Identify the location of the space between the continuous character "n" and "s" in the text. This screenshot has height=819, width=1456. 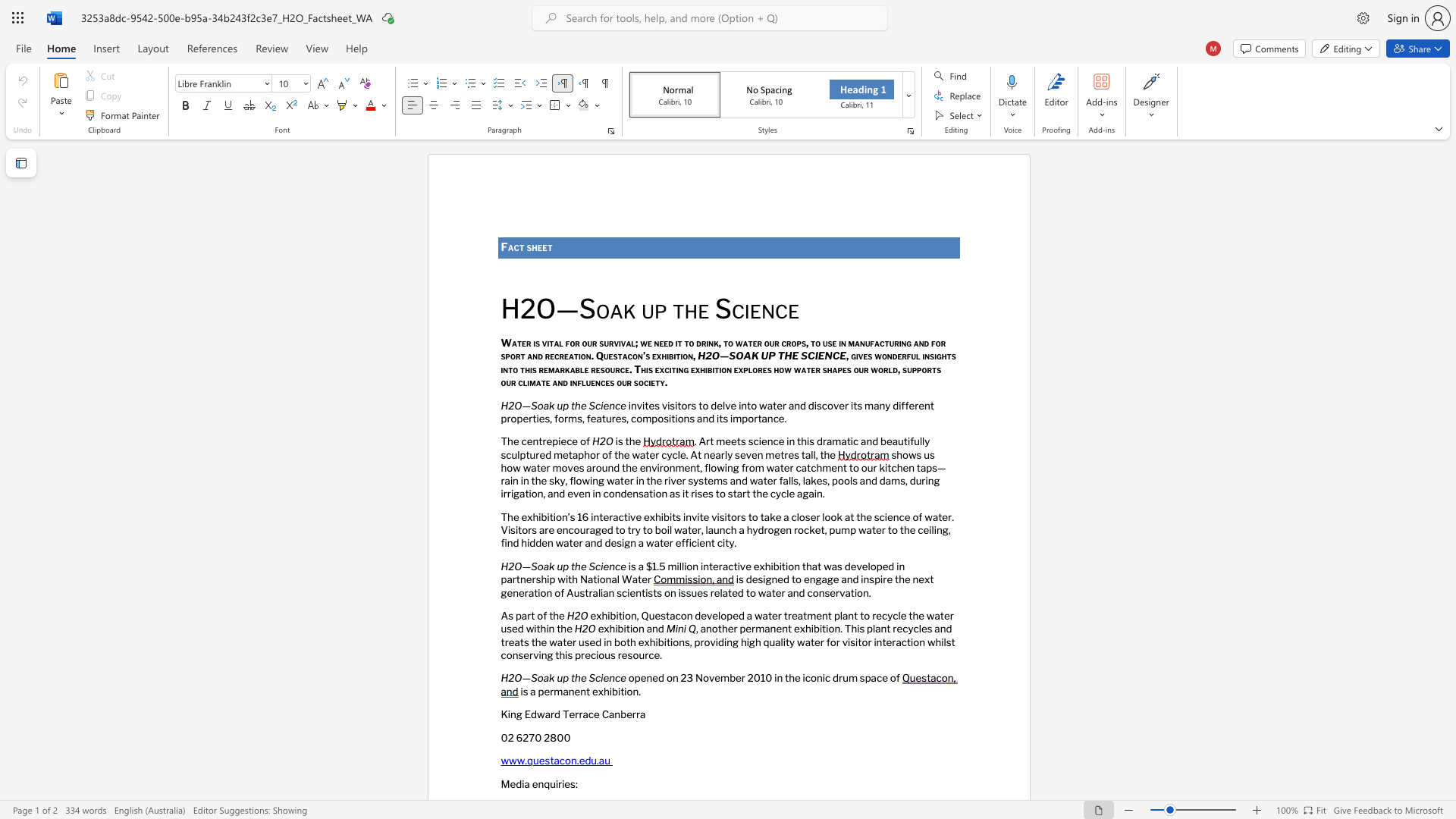
(689, 418).